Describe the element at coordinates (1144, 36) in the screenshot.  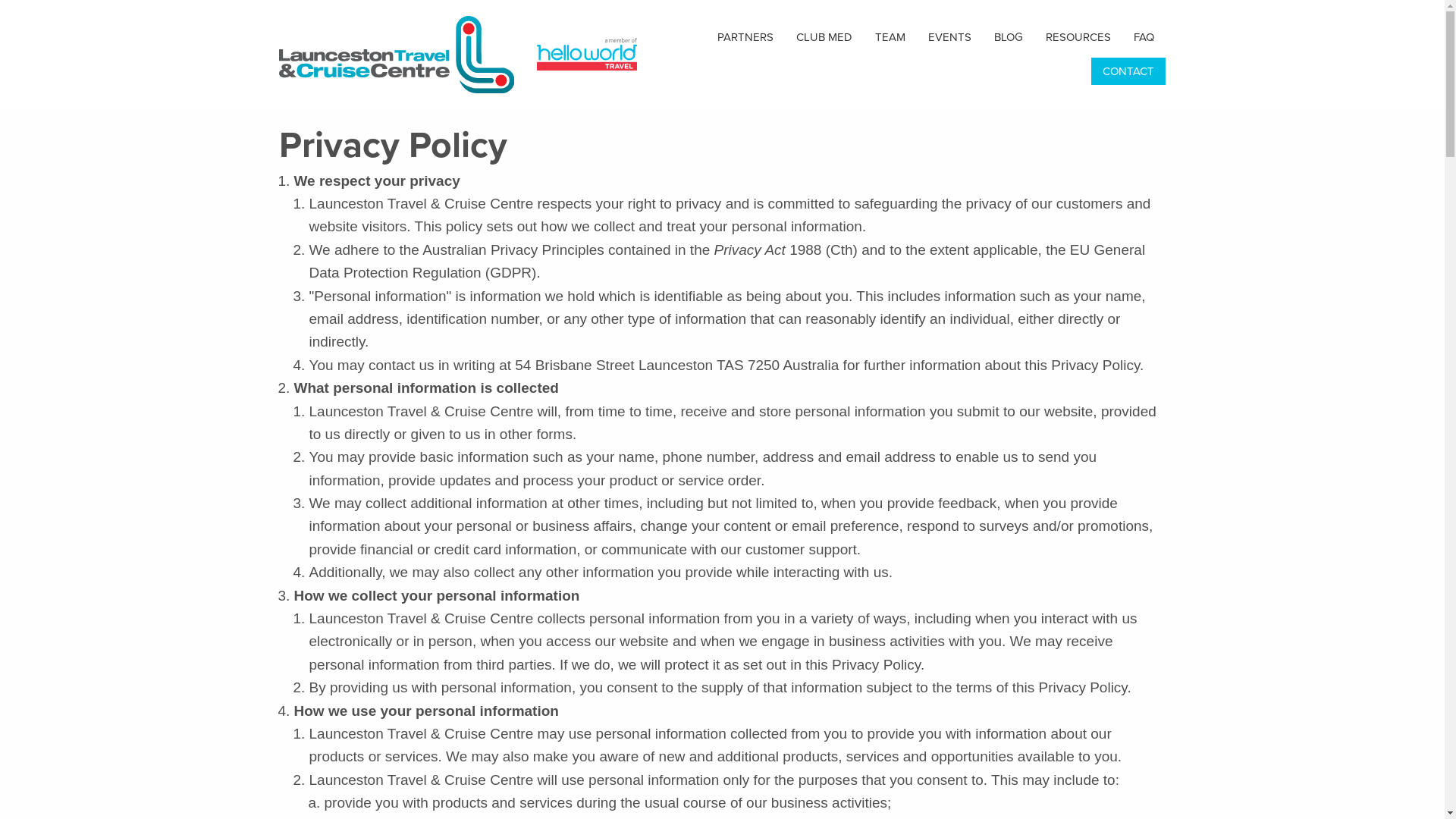
I see `'FAQ'` at that location.